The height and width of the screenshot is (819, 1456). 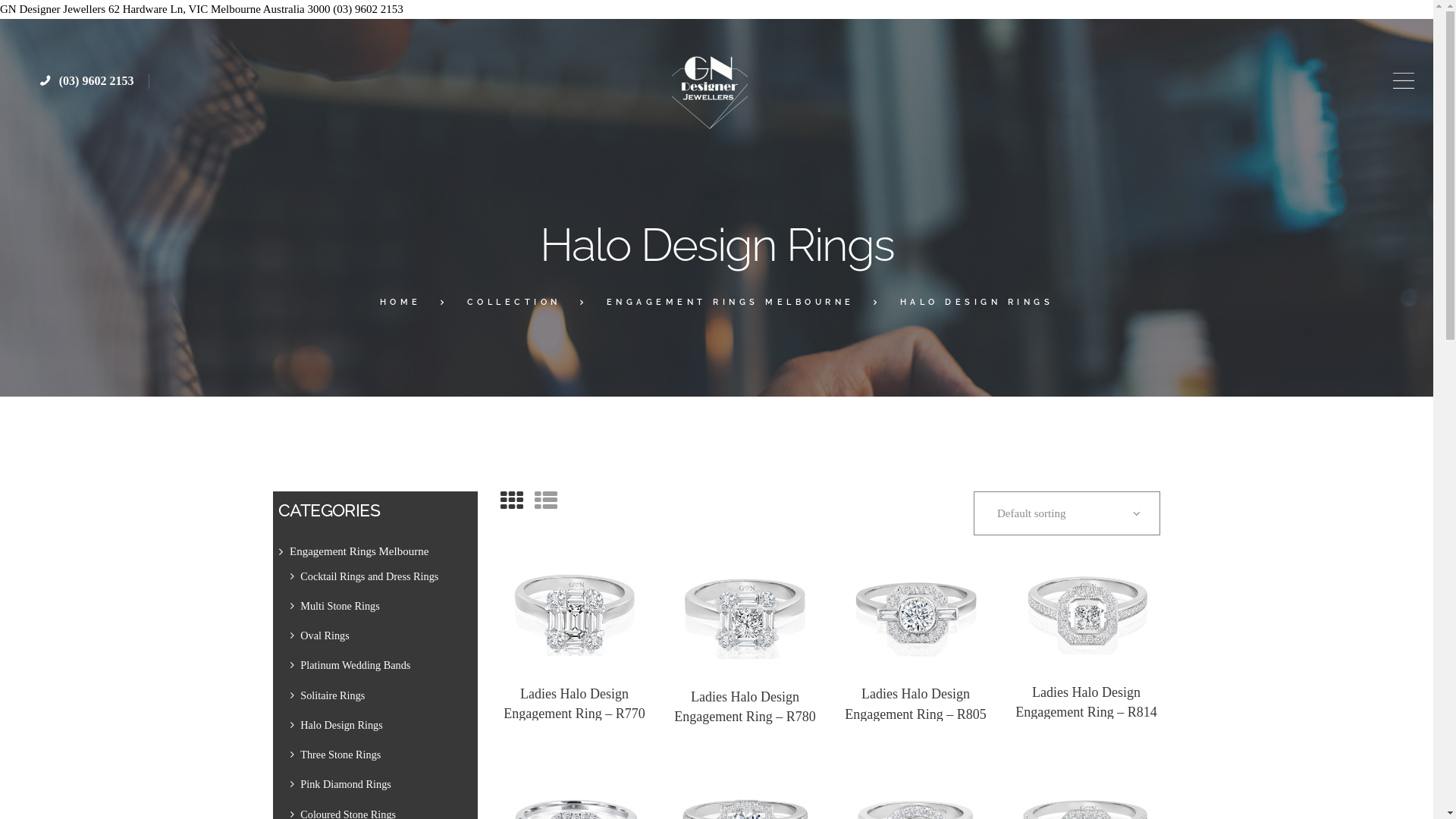 I want to click on 'Three Stone Rings', so click(x=340, y=755).